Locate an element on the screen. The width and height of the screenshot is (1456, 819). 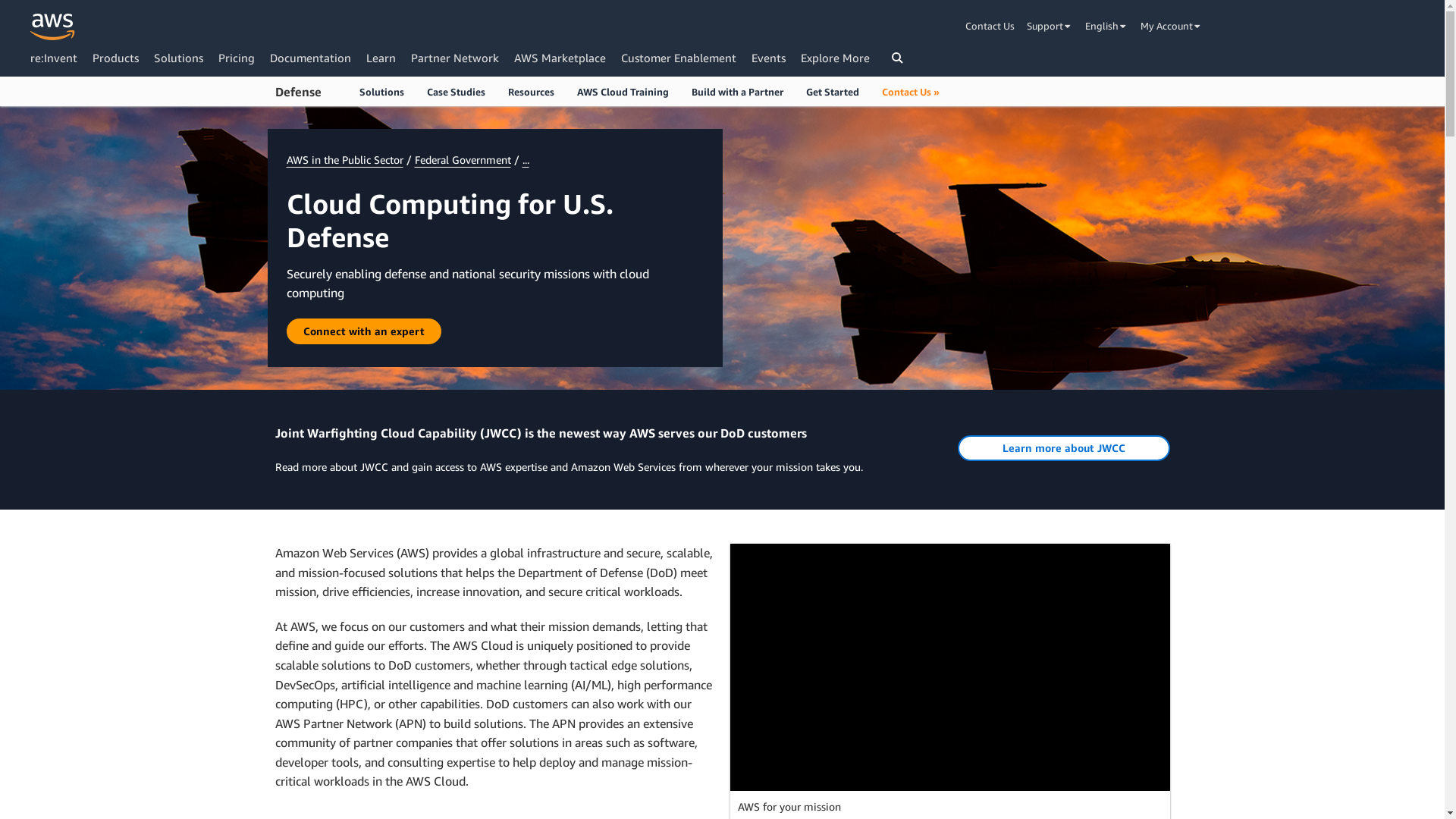
'Solutions' is located at coordinates (381, 91).